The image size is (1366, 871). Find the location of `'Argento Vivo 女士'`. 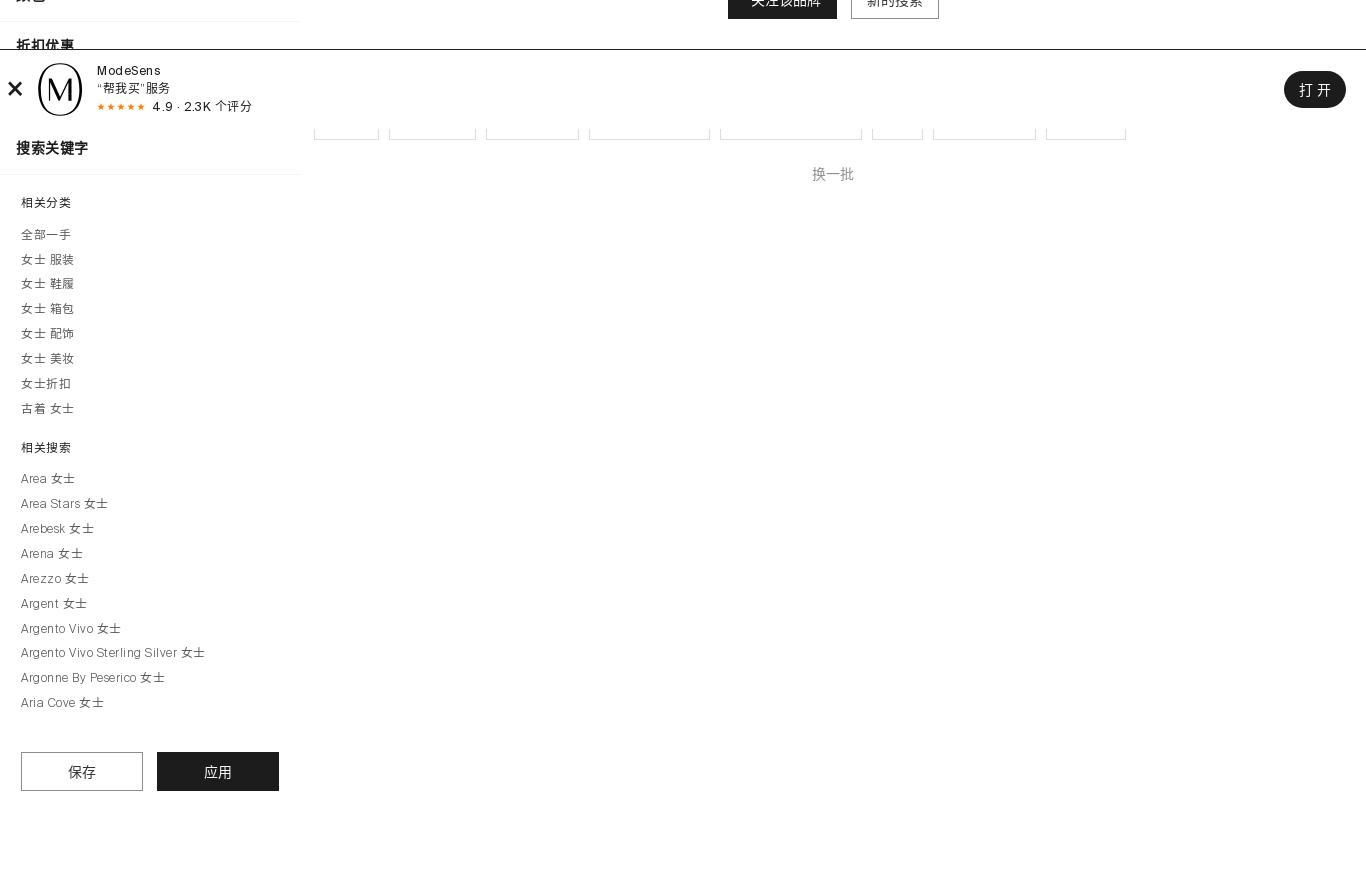

'Argento Vivo 女士' is located at coordinates (71, 628).